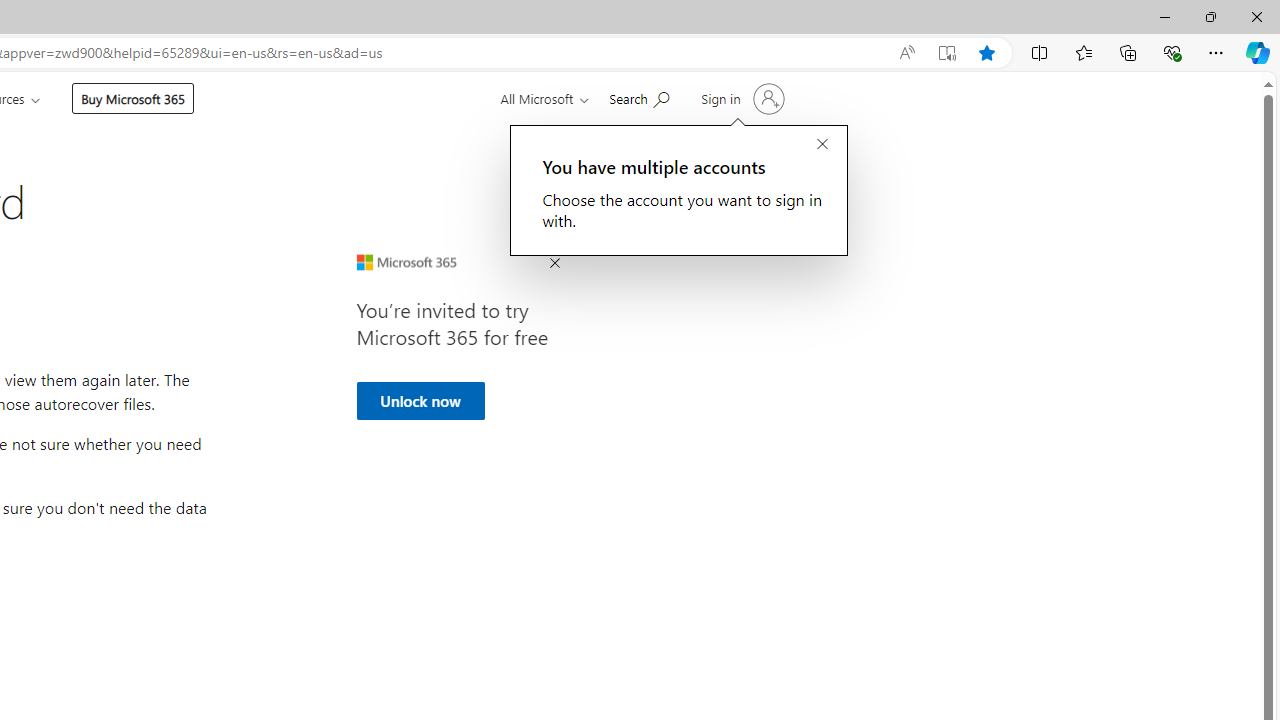 Image resolution: width=1280 pixels, height=720 pixels. What do you see at coordinates (554, 263) in the screenshot?
I see `'Close Ad'` at bounding box center [554, 263].